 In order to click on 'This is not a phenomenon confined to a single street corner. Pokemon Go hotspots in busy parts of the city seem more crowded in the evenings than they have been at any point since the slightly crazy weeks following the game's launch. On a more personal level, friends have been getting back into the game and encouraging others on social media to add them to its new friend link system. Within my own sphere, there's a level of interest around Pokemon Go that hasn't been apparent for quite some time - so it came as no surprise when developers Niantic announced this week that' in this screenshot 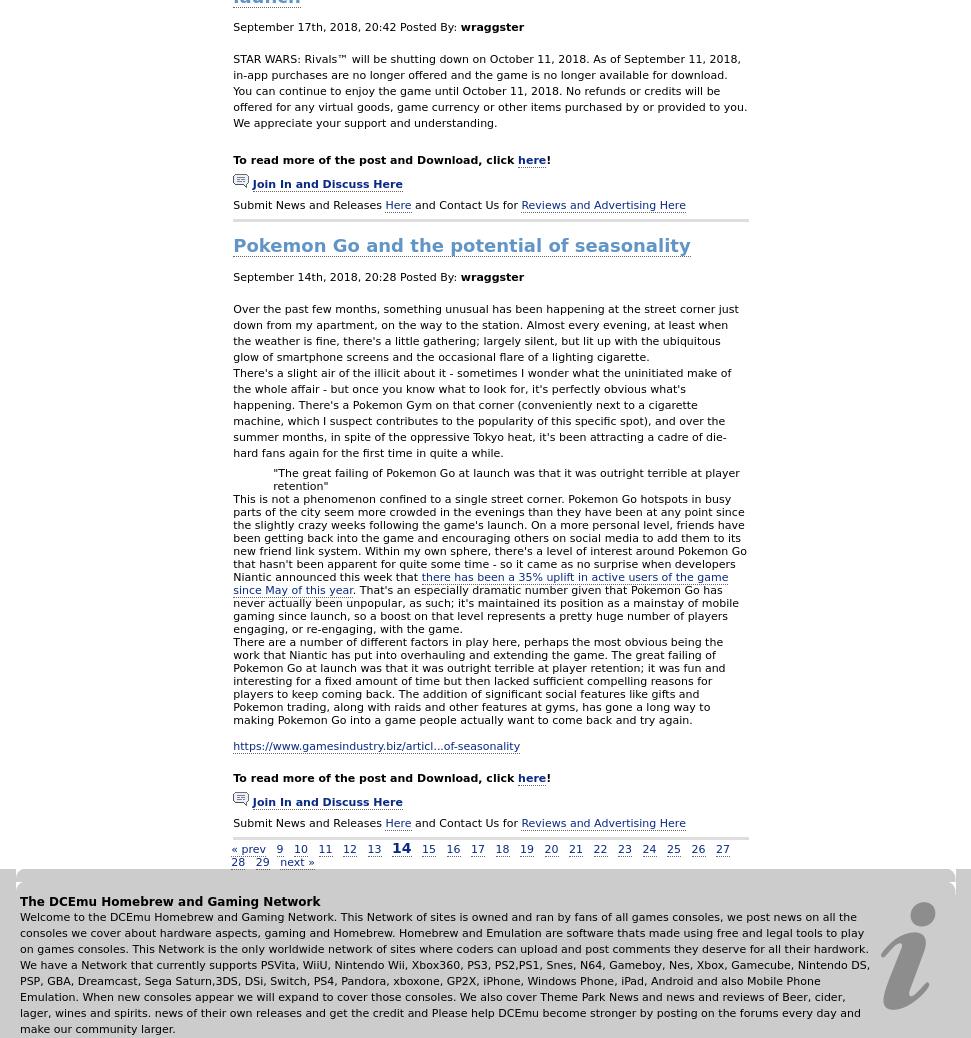, I will do `click(488, 536)`.